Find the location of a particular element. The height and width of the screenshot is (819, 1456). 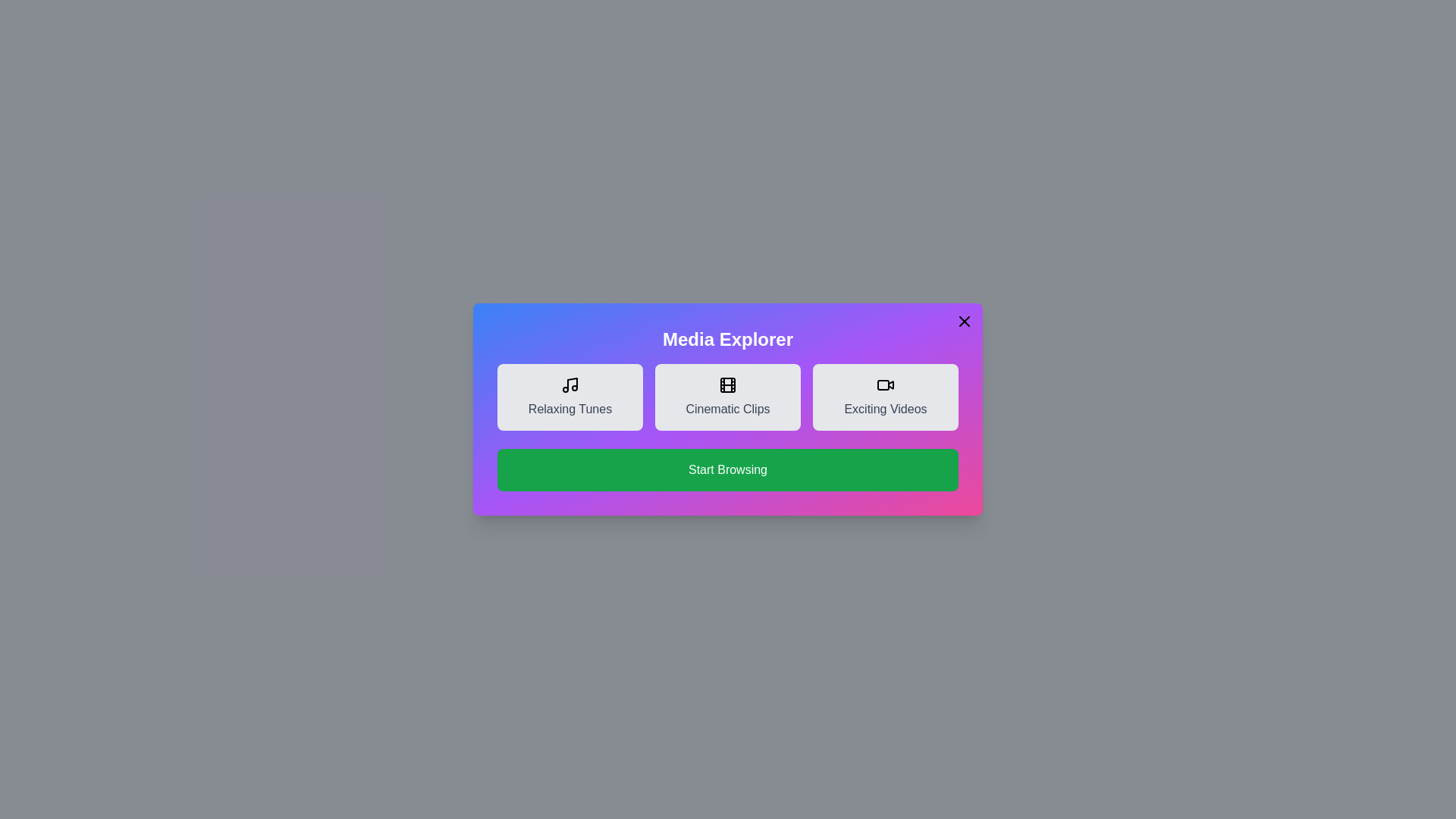

the media item Cinematic Clips is located at coordinates (728, 397).